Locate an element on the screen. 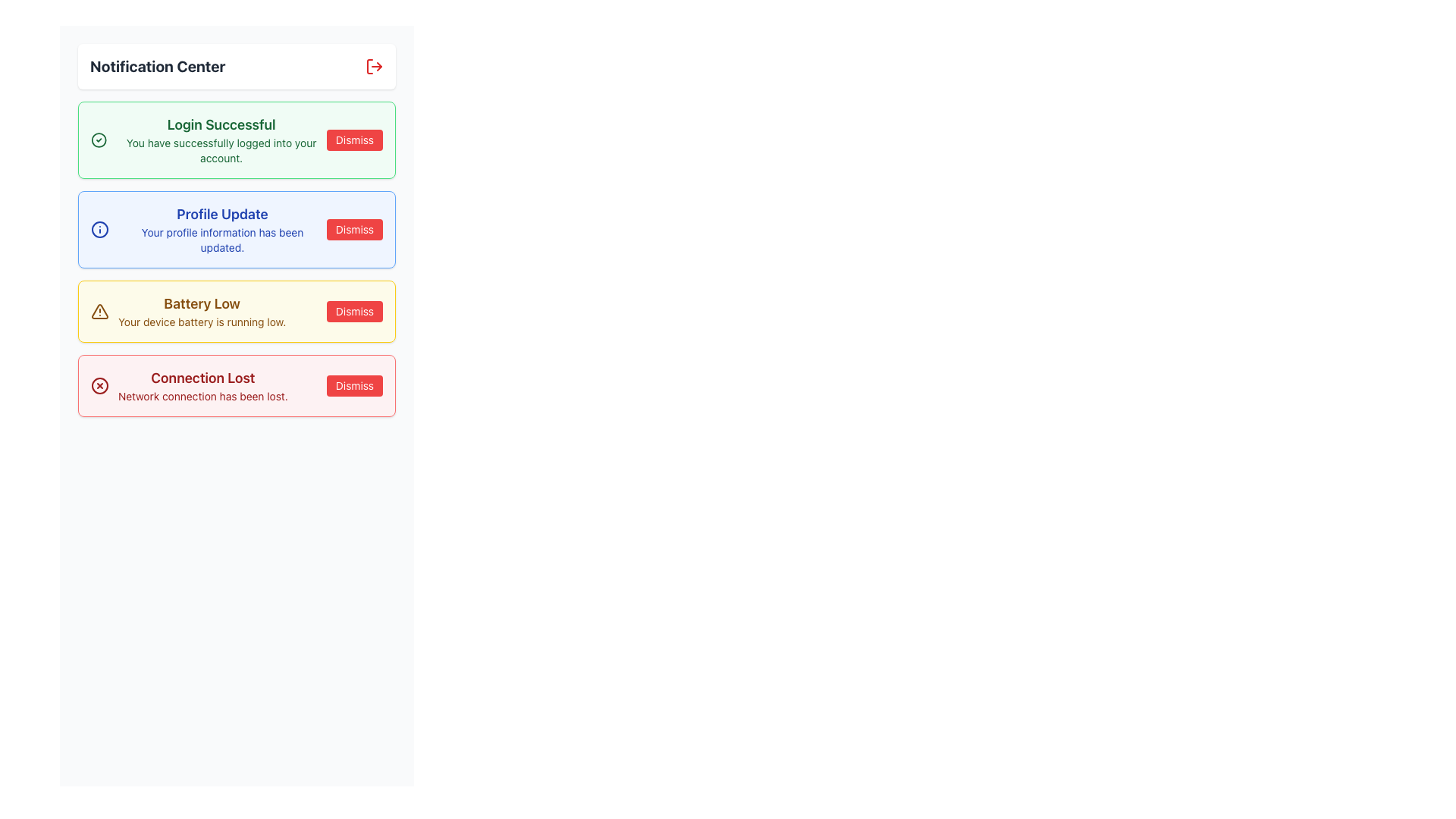 Image resolution: width=1456 pixels, height=819 pixels. the circular SVG icon with a blue outline and white fill, located in the middle of the 'Profile Update' notification section, which is the second card in the list of notifications is located at coordinates (99, 230).